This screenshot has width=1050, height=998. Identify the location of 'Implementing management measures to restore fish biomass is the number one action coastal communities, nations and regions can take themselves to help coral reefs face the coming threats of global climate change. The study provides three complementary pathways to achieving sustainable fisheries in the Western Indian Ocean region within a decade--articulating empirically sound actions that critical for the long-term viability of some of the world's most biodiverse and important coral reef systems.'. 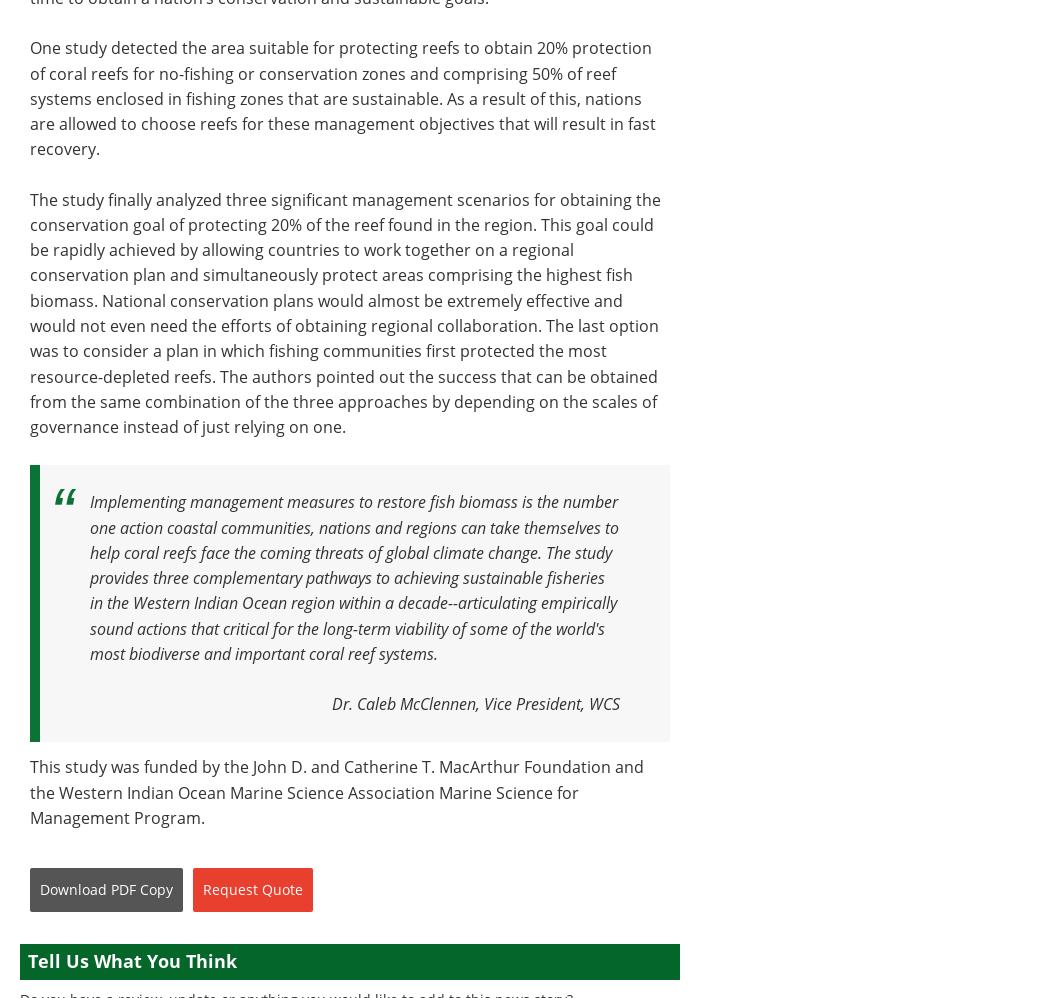
(89, 576).